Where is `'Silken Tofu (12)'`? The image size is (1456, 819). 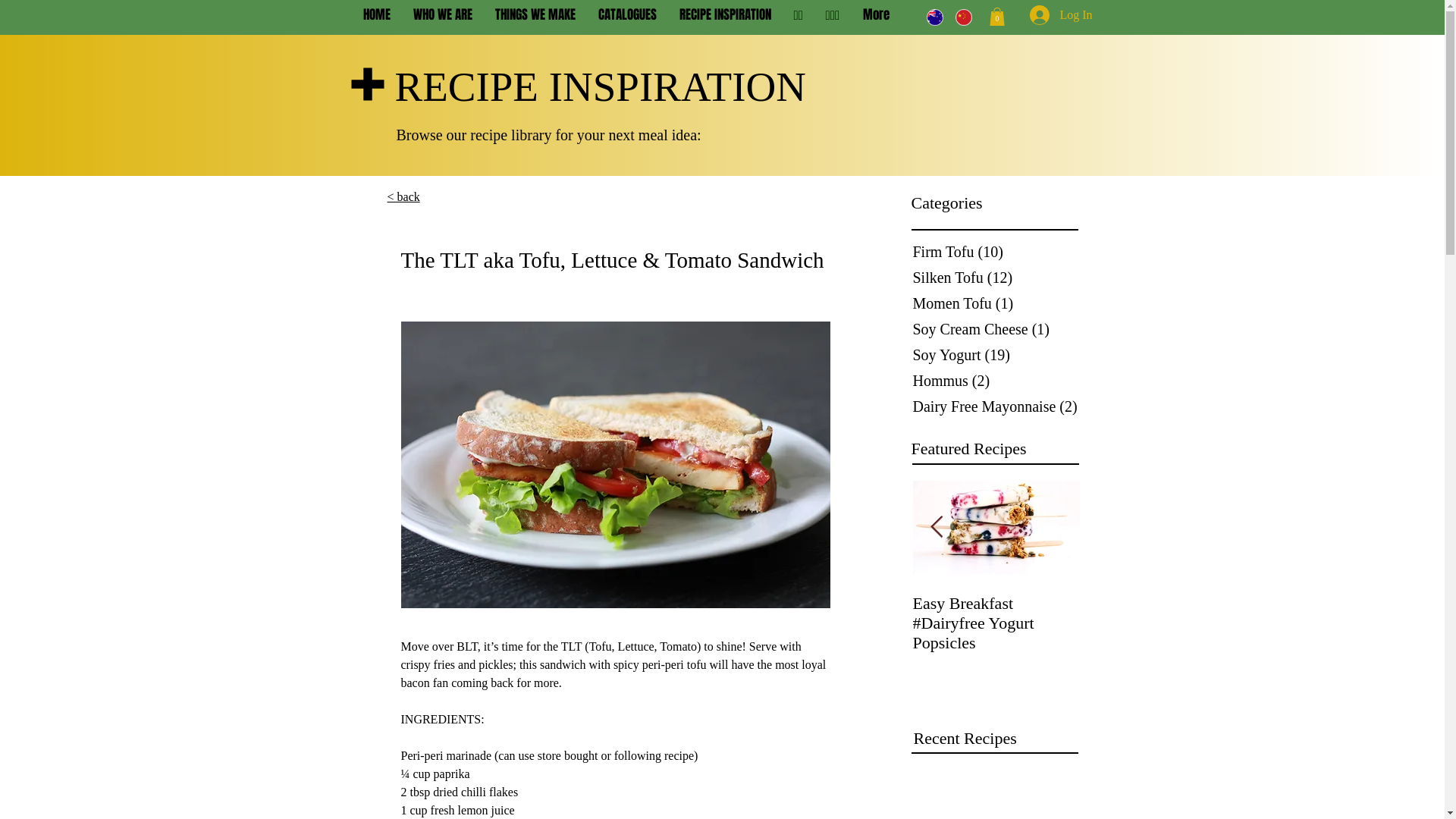 'Silken Tofu (12)' is located at coordinates (997, 278).